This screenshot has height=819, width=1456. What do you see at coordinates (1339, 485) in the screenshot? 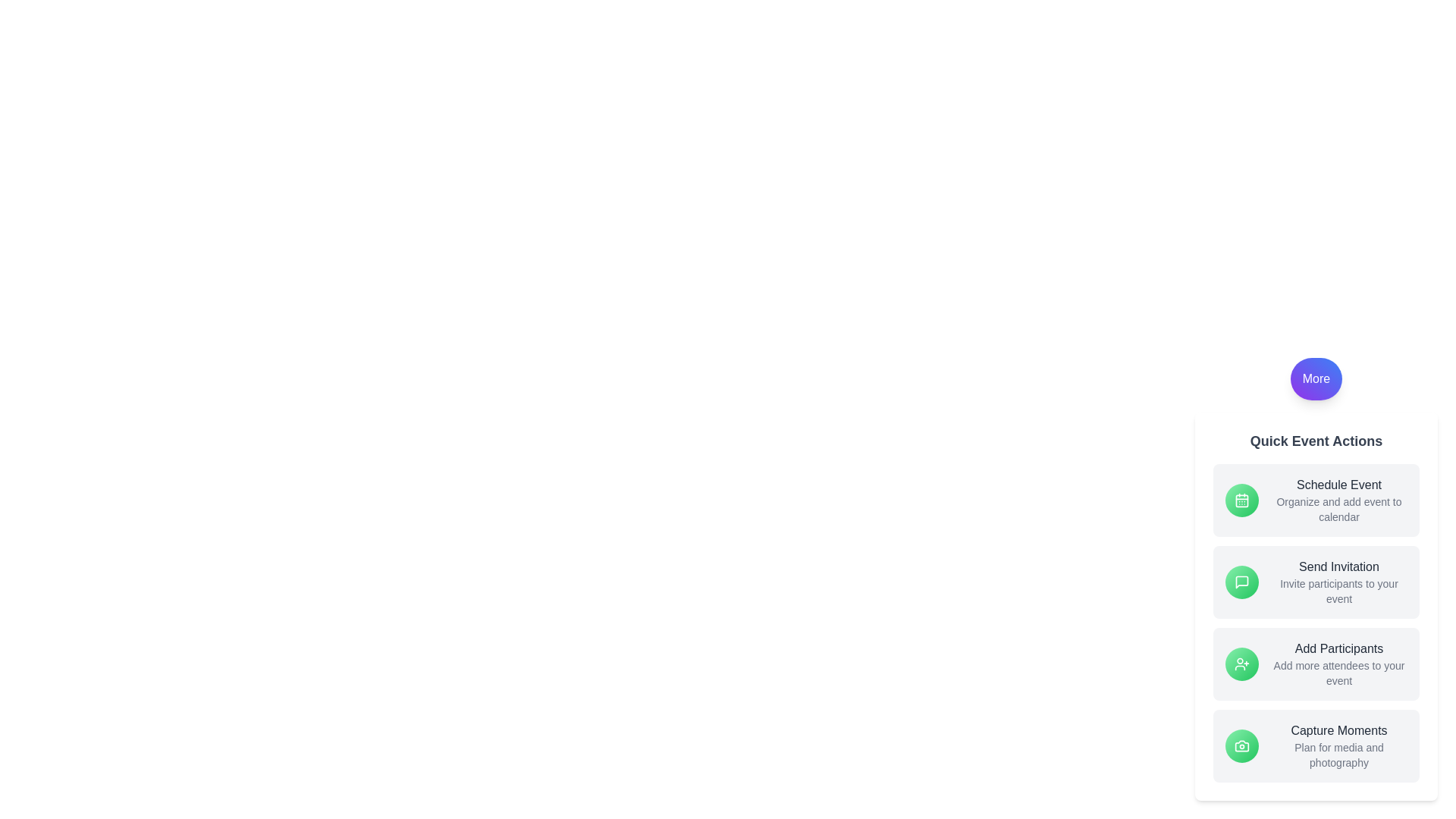
I see `the 'Schedule Event' button to initiate scheduling an event` at bounding box center [1339, 485].